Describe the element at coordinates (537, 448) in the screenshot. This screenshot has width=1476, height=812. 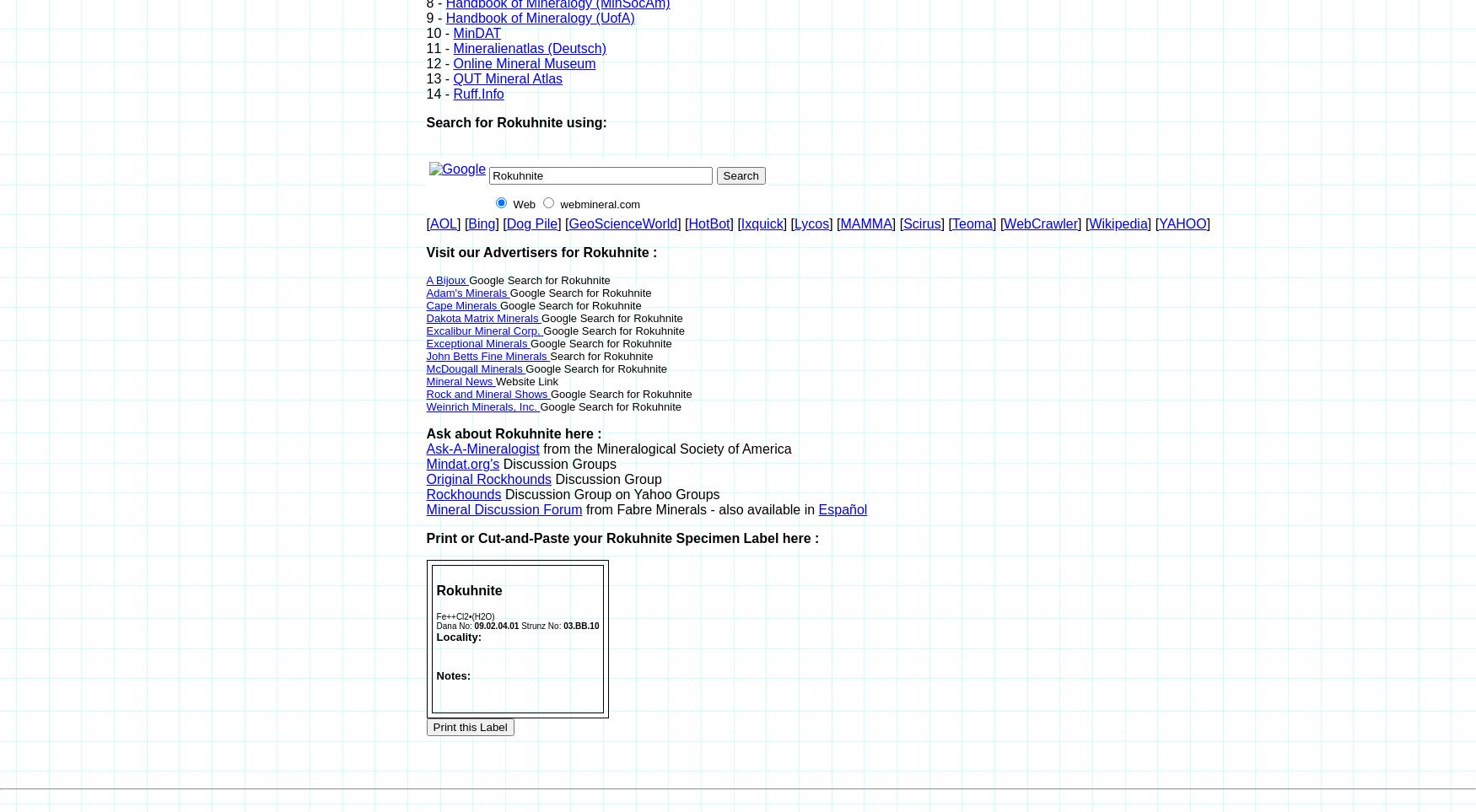
I see `'from the Mineralogical Society of America'` at that location.